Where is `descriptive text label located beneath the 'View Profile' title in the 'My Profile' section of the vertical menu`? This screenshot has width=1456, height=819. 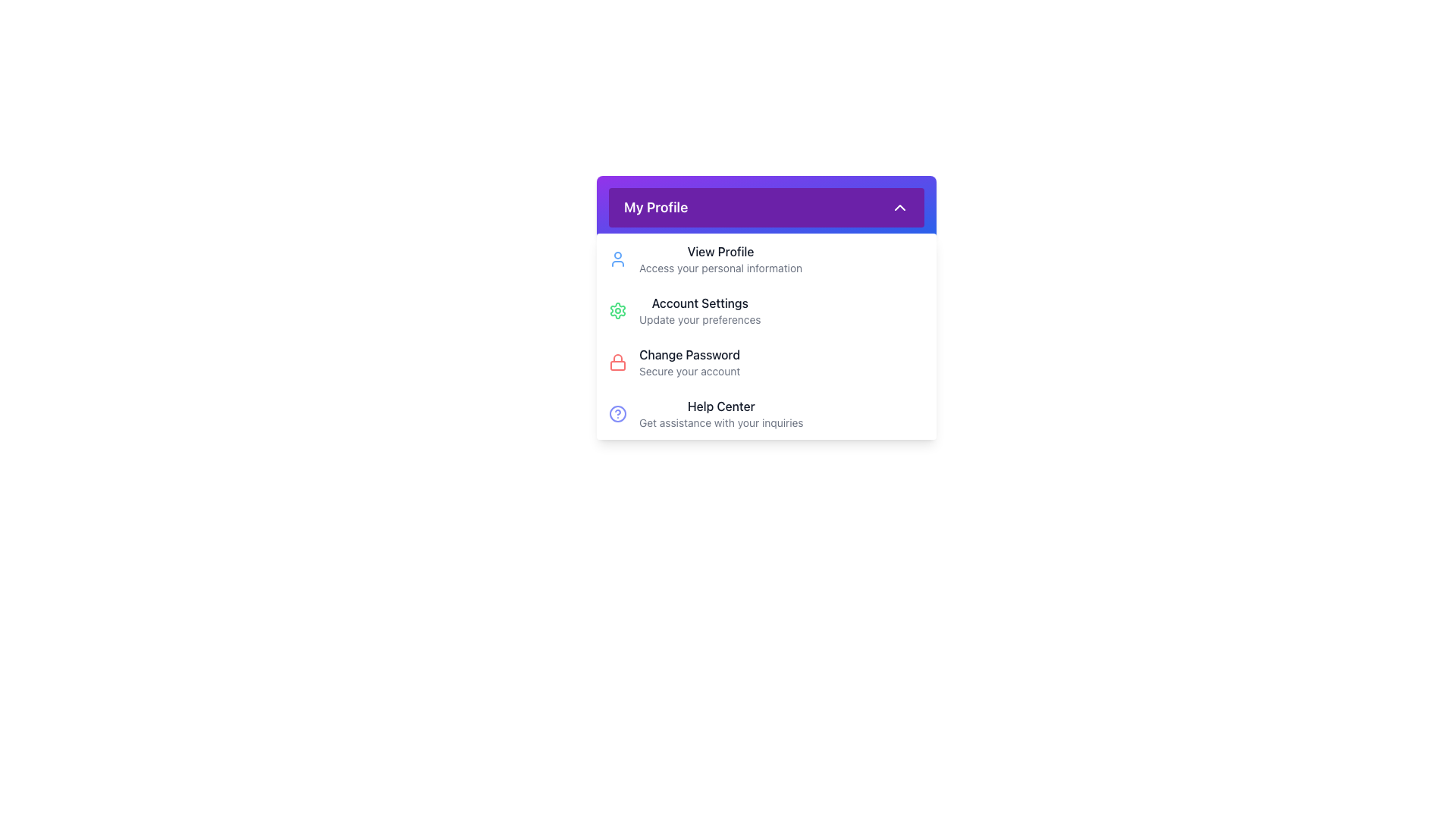 descriptive text label located beneath the 'View Profile' title in the 'My Profile' section of the vertical menu is located at coordinates (720, 268).